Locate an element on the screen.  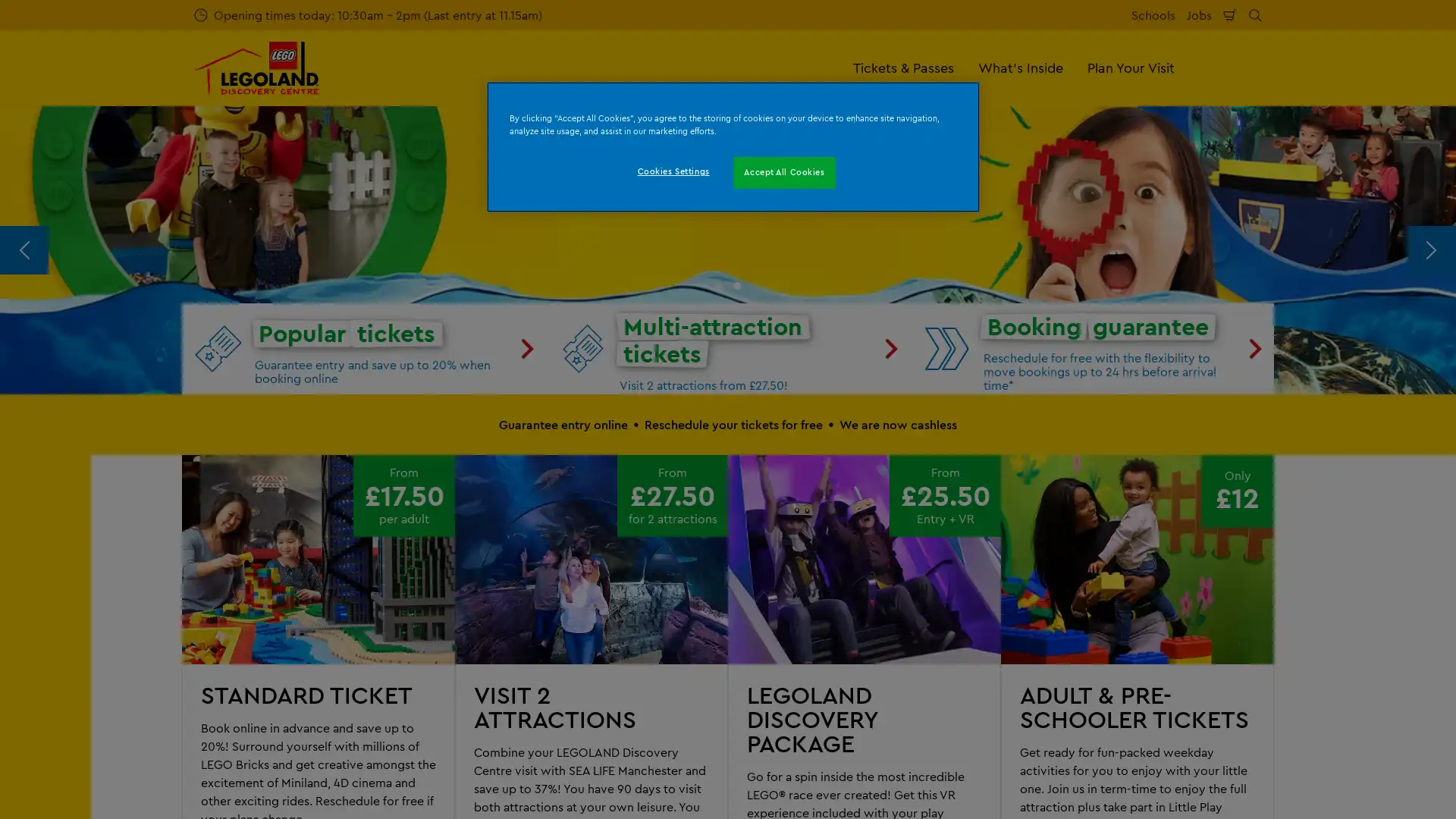
What's Inside is located at coordinates (1020, 67).